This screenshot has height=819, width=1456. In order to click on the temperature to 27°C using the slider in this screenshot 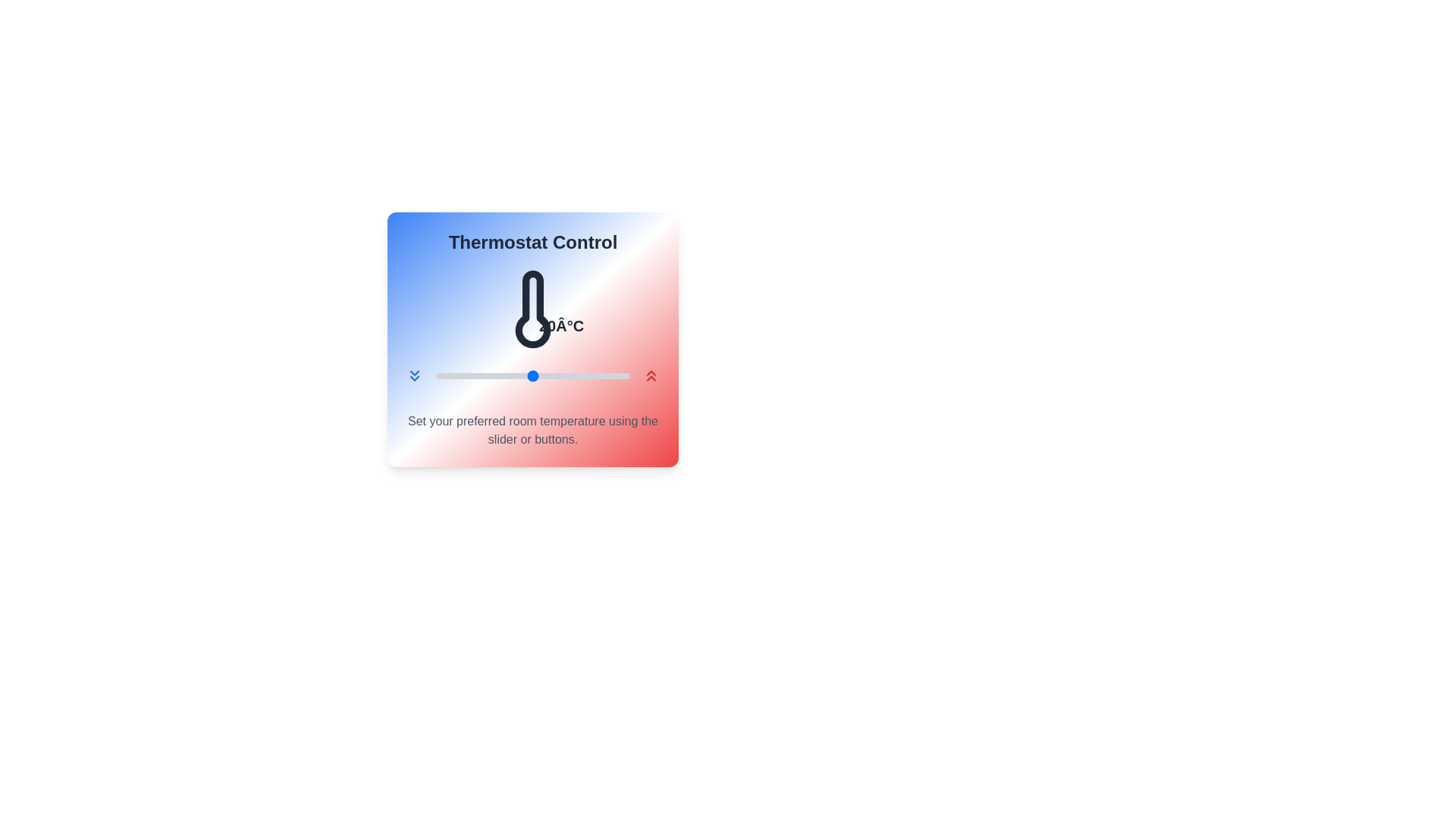, I will do `click(600, 375)`.